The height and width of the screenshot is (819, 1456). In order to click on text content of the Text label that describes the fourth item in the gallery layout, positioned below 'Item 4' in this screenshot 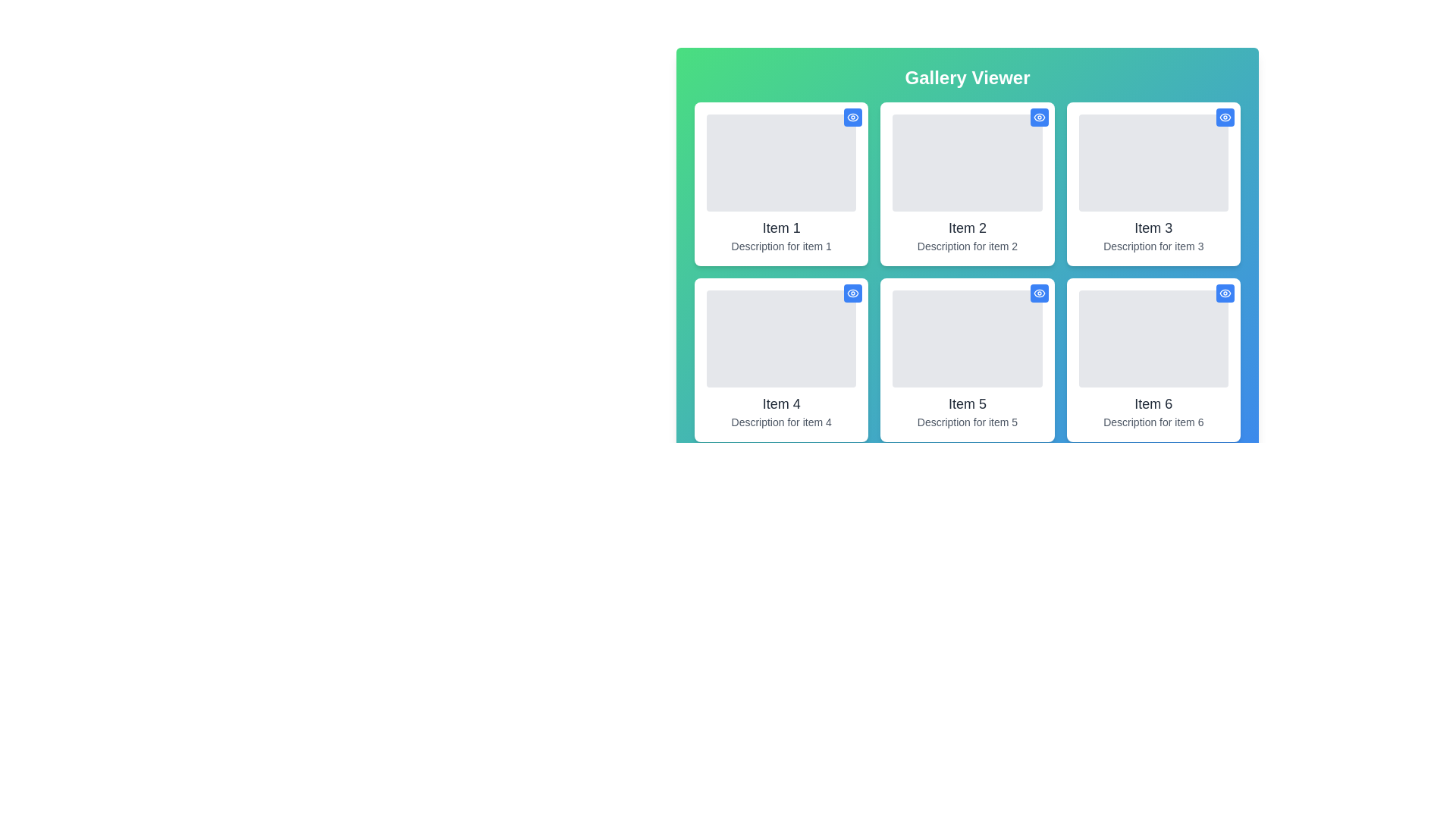, I will do `click(781, 422)`.